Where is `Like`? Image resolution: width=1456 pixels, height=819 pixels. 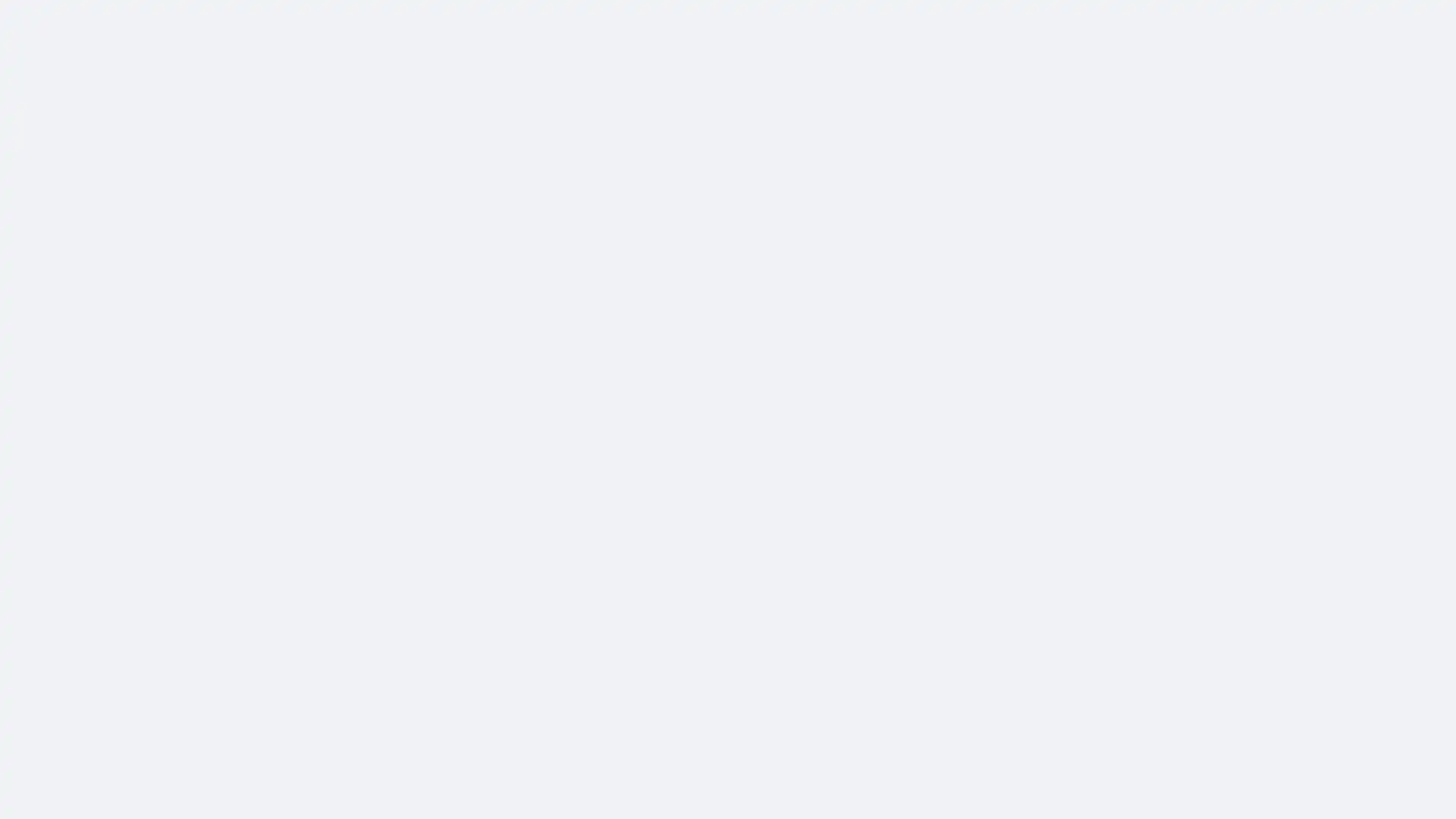 Like is located at coordinates (751, 399).